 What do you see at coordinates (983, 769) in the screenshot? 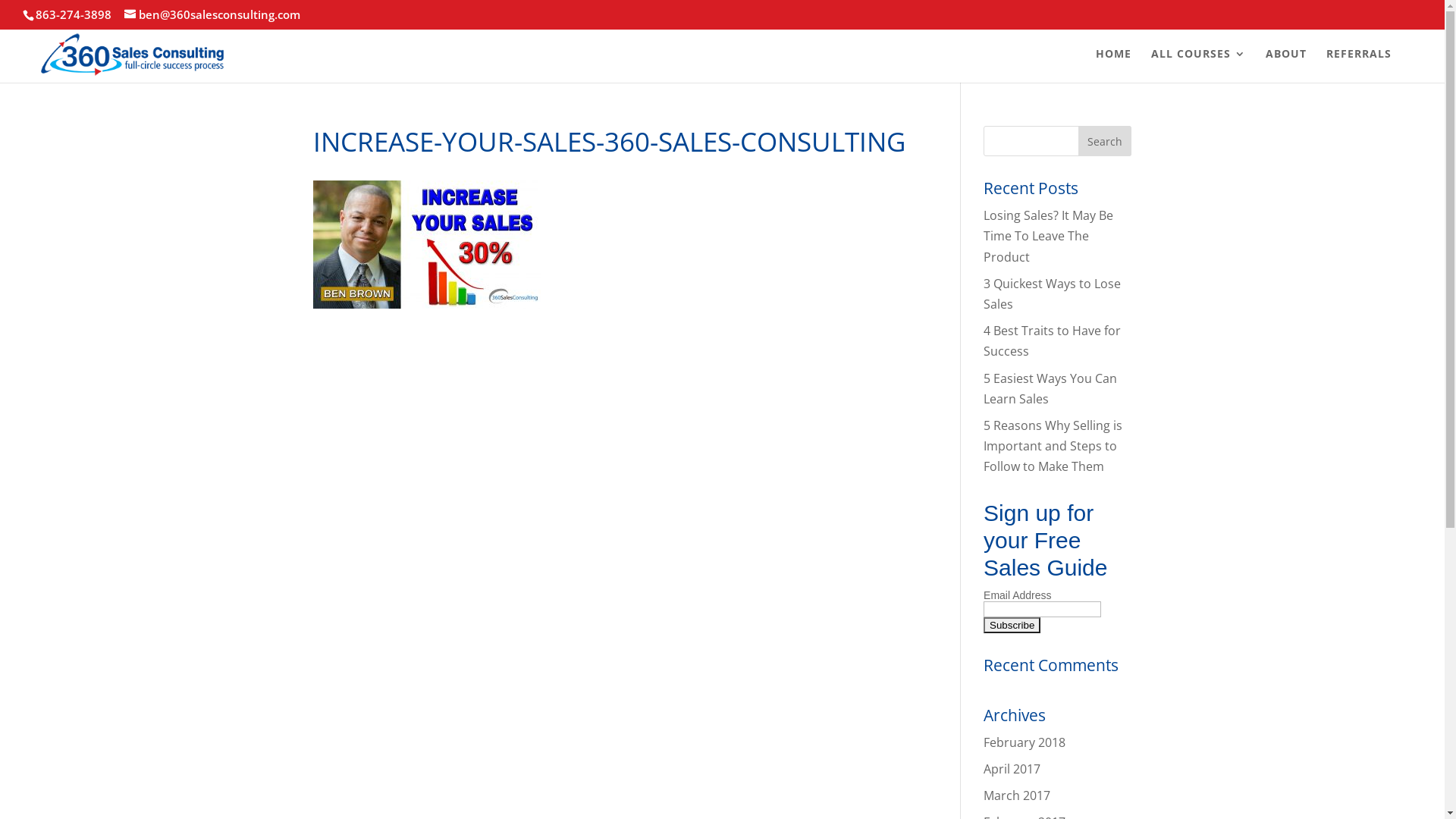
I see `'April 2017'` at bounding box center [983, 769].